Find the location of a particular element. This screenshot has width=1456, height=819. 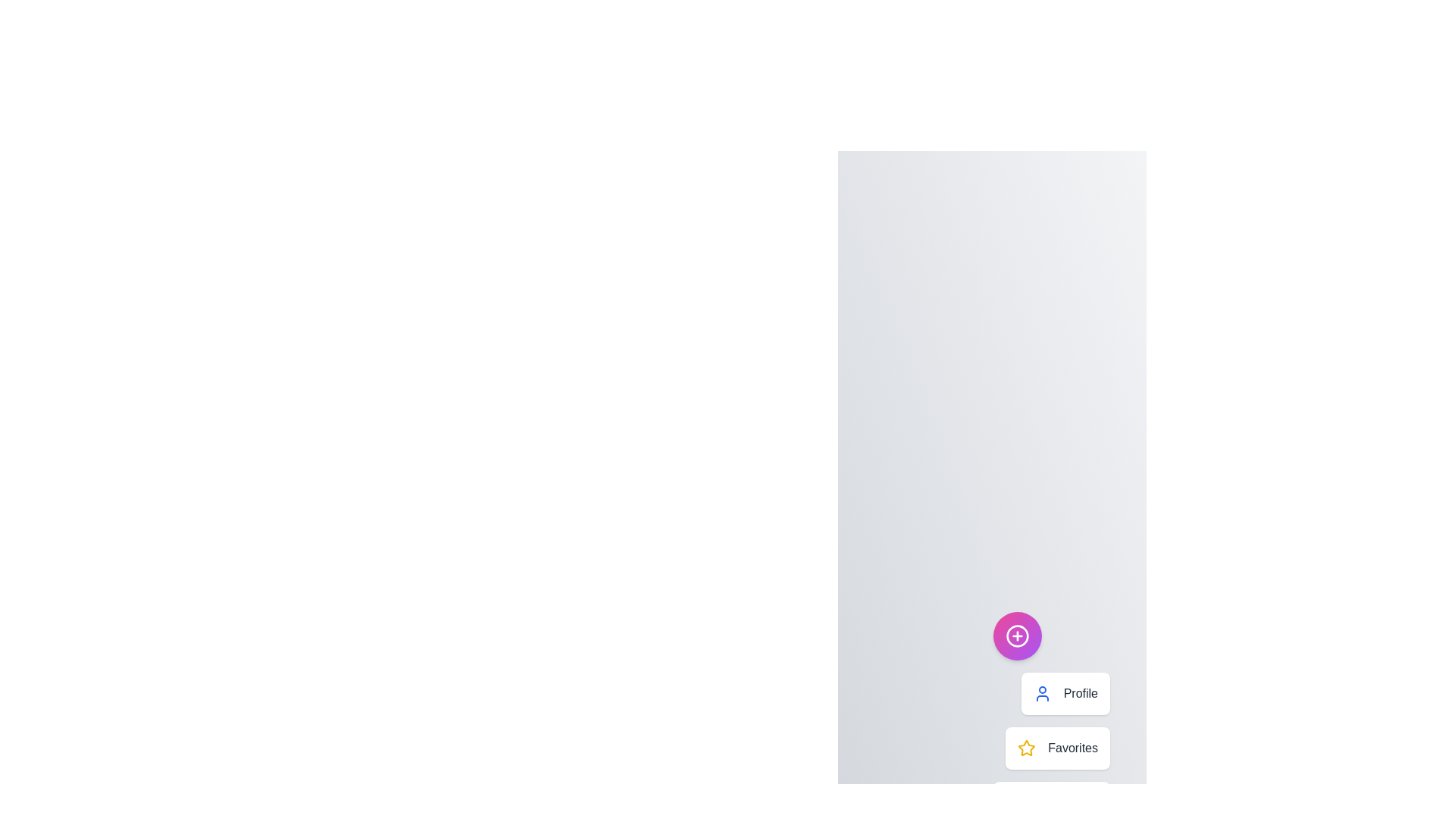

the menu item Favorites in the speed dial menu is located at coordinates (1057, 748).